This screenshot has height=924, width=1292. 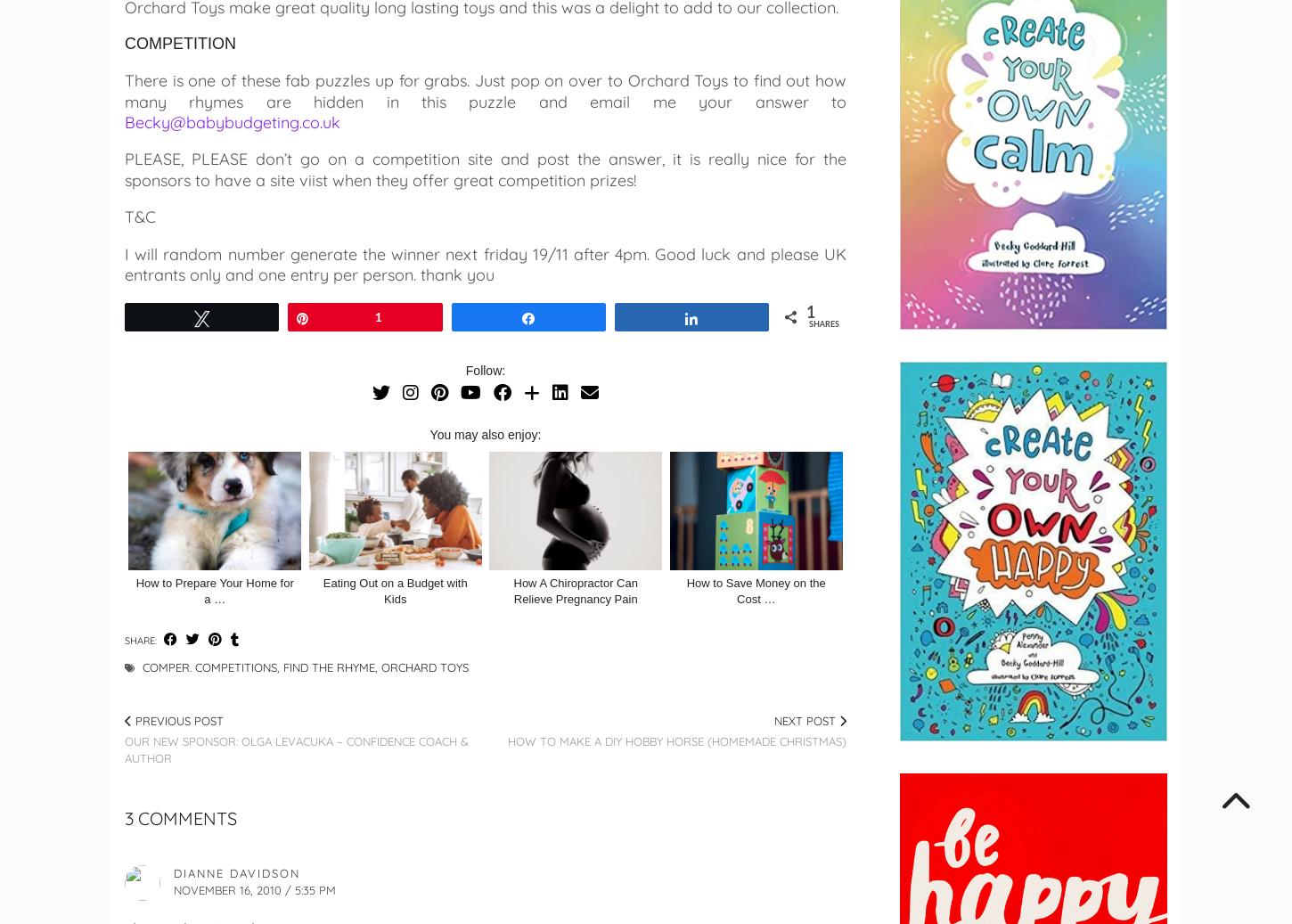 I want to click on 'You may also enjoy:', so click(x=485, y=434).